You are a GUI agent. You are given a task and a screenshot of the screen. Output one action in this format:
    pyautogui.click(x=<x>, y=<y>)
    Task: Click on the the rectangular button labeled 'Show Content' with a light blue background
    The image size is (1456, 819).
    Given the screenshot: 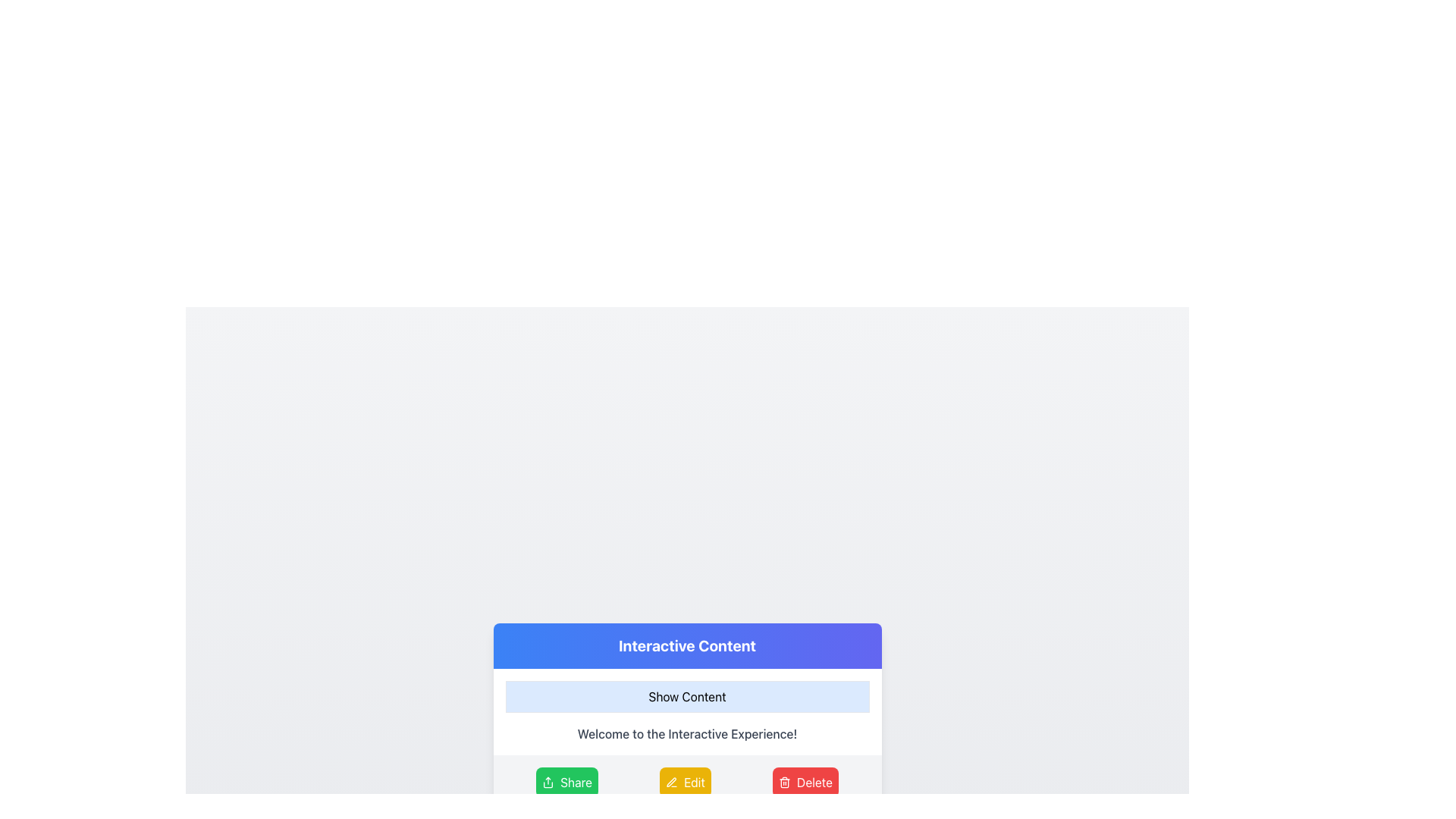 What is the action you would take?
    pyautogui.click(x=686, y=696)
    